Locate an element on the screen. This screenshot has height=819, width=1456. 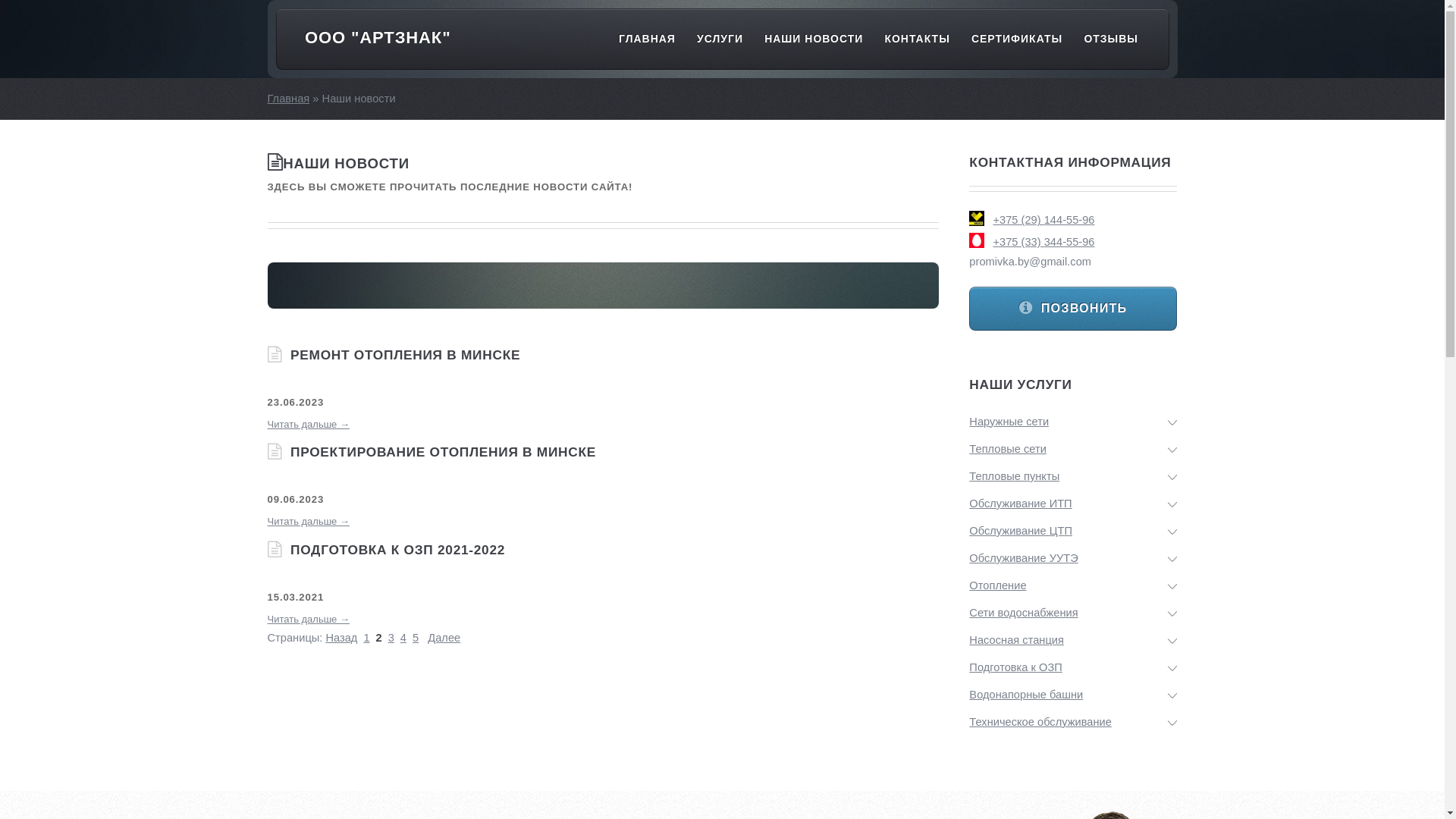
'3' is located at coordinates (391, 637).